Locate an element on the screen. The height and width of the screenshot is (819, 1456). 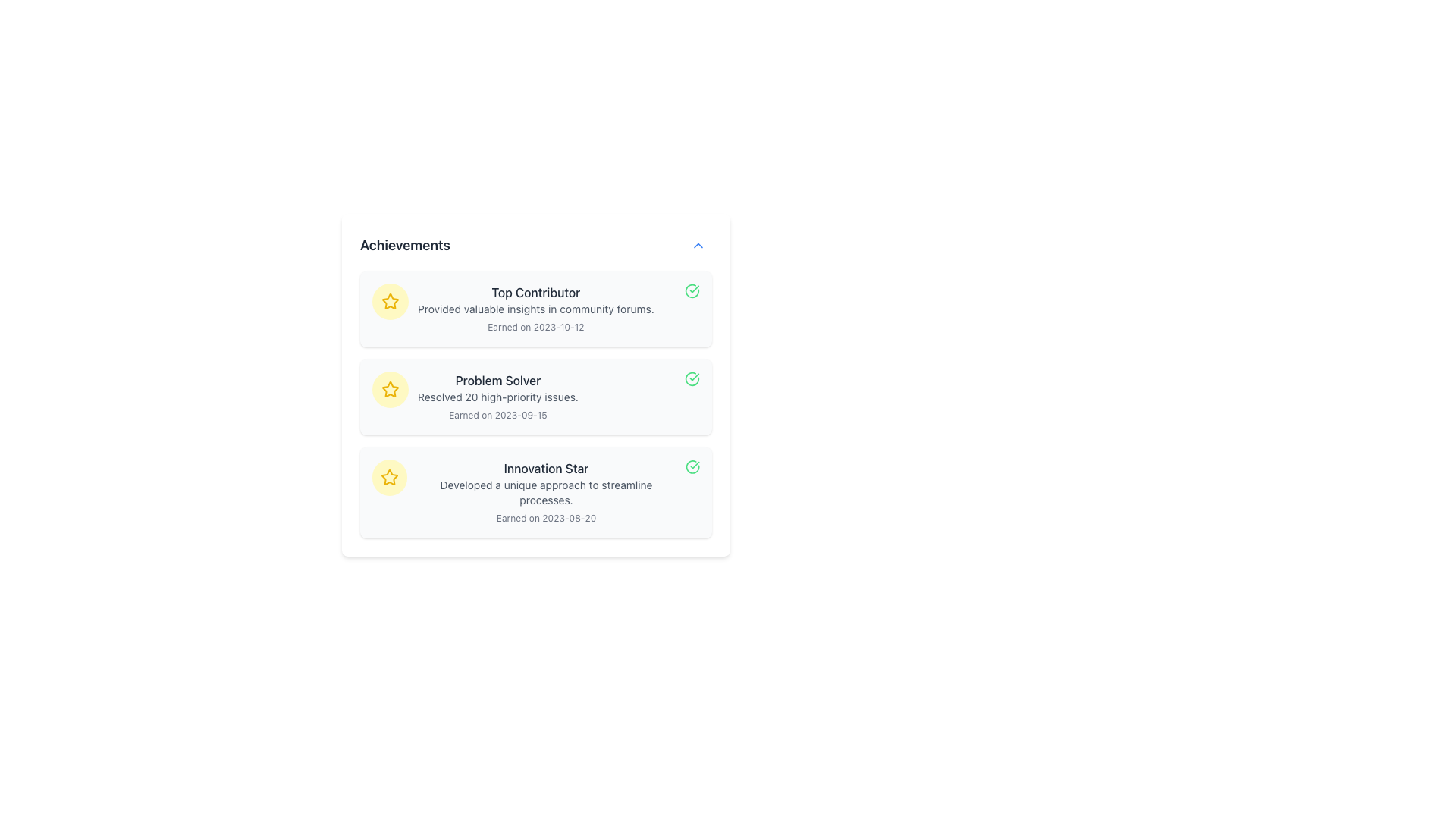
the 'Innovation Star' achievement icon, which is located at the leftmost side of the third entry in the achievements list is located at coordinates (390, 476).